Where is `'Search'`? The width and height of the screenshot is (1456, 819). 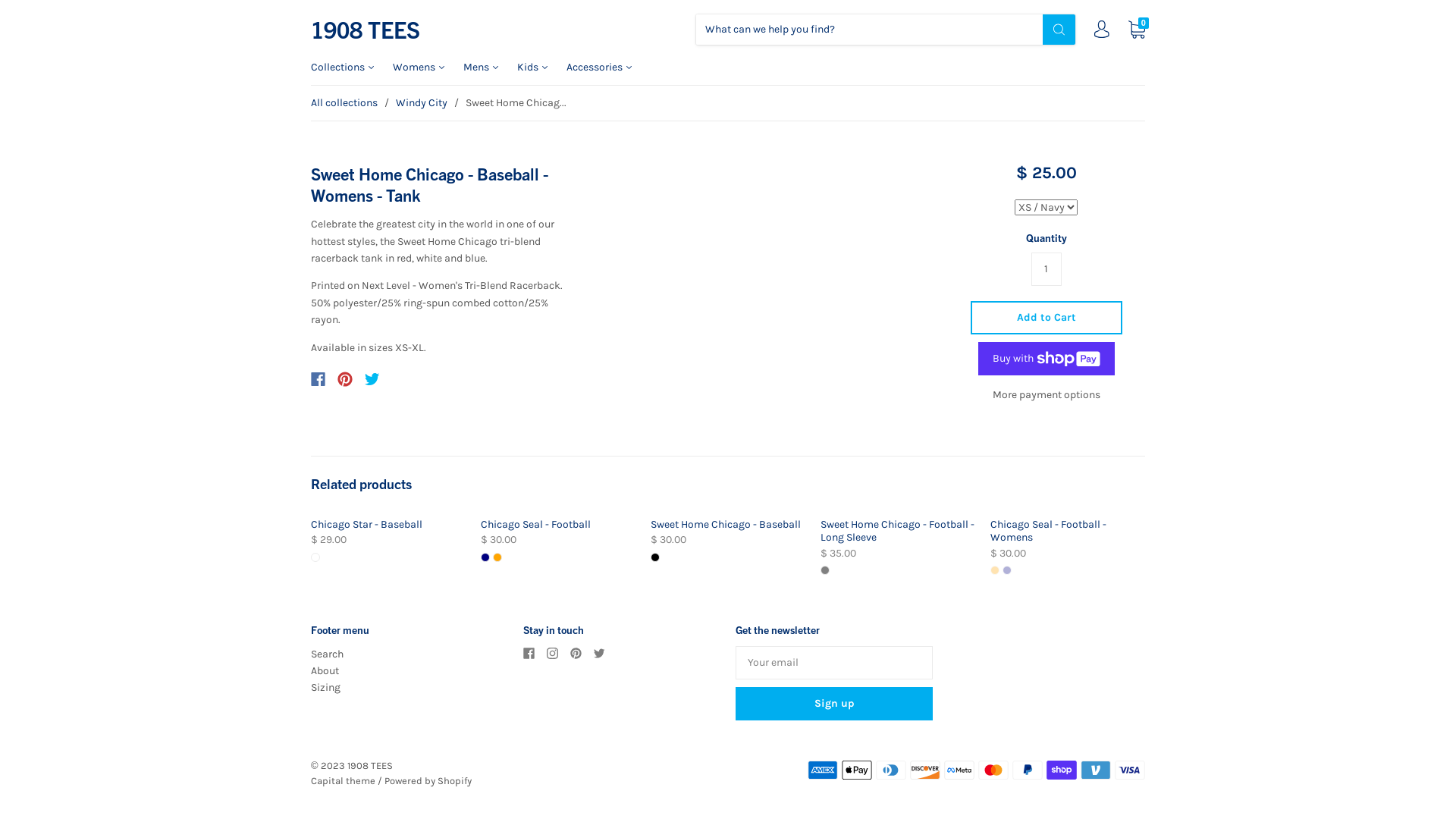 'Search' is located at coordinates (326, 653).